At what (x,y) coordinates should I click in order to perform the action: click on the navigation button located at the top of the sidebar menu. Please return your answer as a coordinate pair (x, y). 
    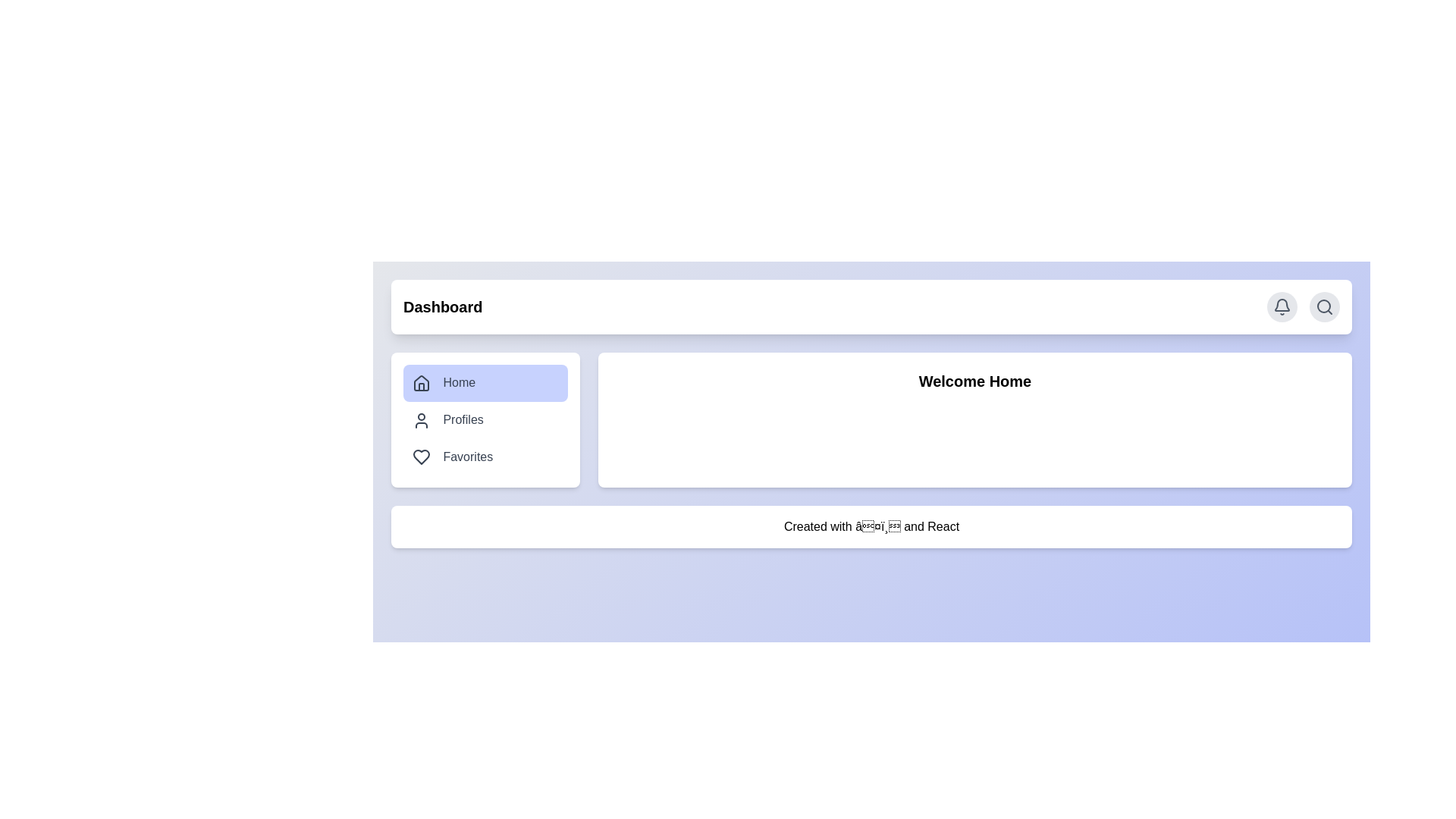
    Looking at the image, I should click on (485, 382).